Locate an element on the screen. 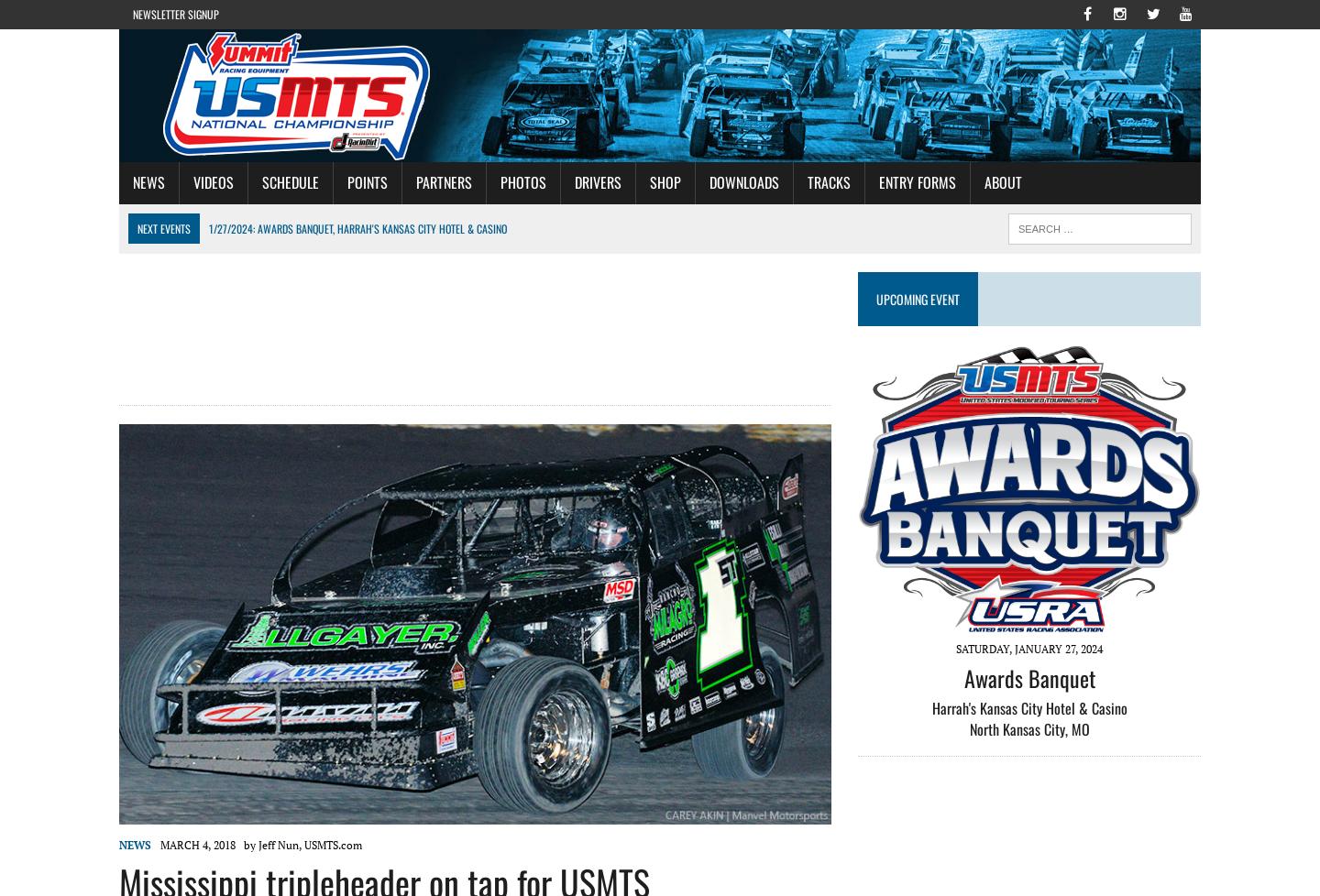 Image resolution: width=1320 pixels, height=896 pixels. 'March 4, 2018' is located at coordinates (202, 844).